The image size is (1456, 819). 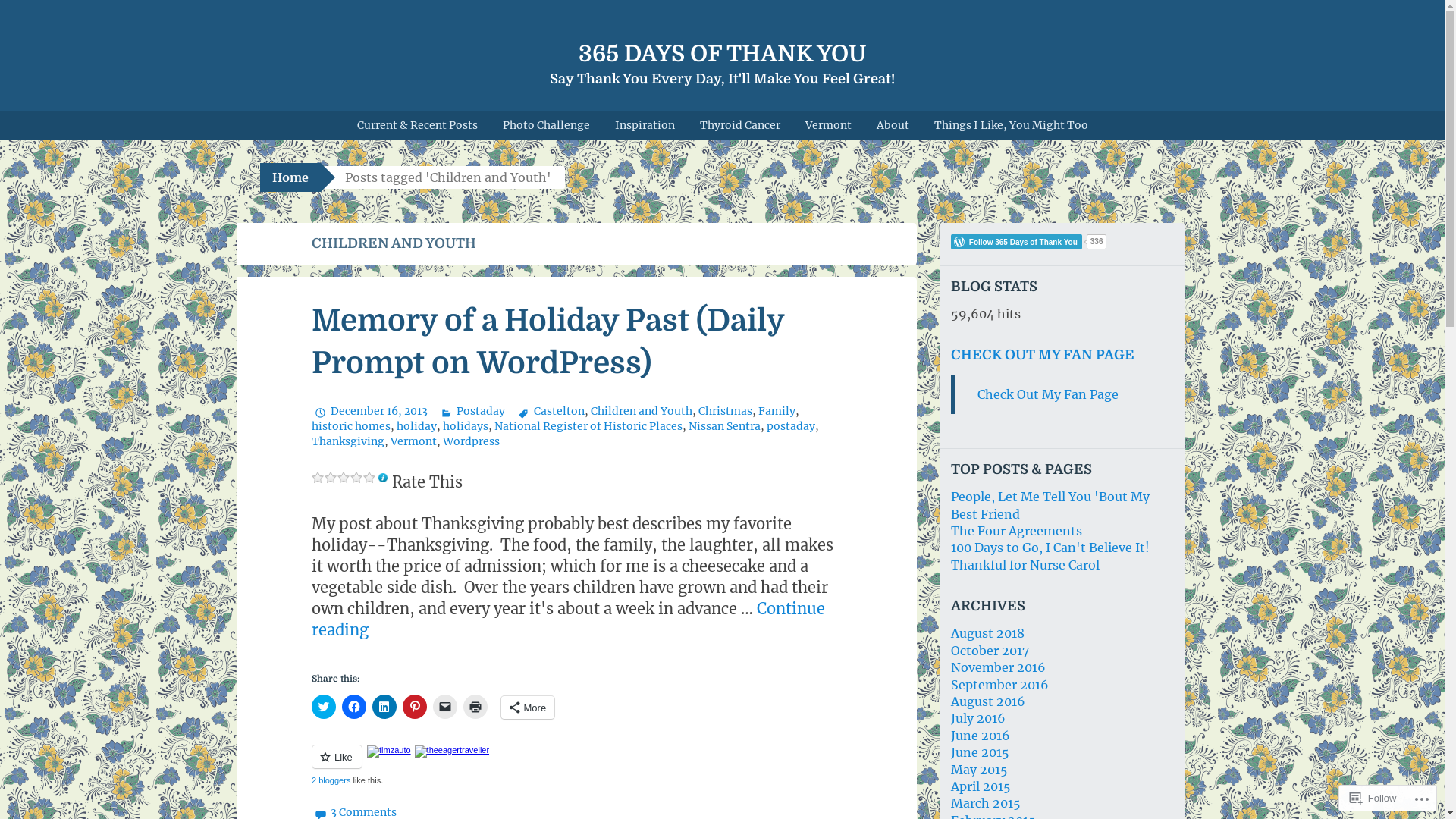 I want to click on 'Thanksgiving', so click(x=346, y=441).